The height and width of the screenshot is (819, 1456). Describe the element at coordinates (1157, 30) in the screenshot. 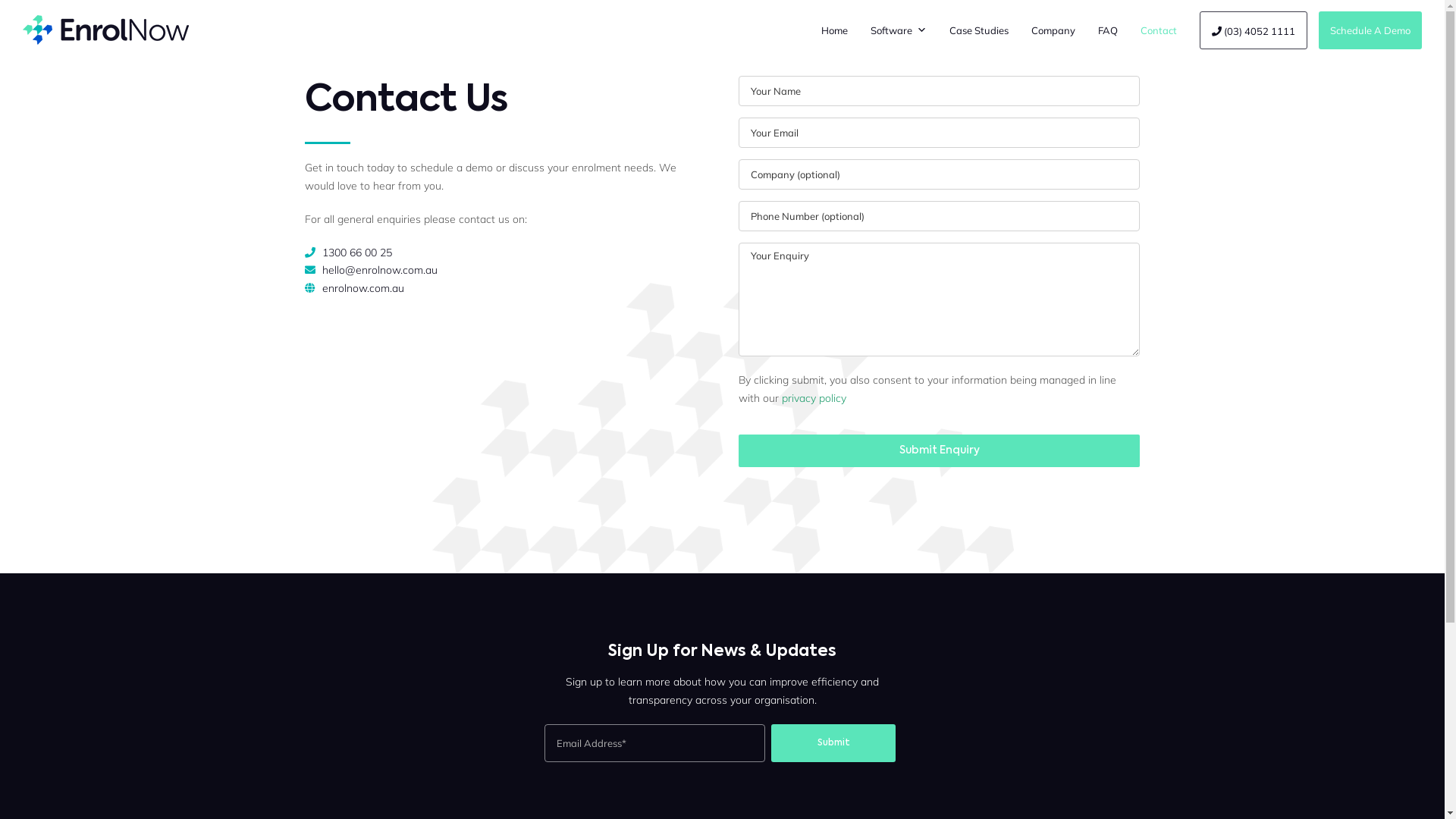

I see `'Contact'` at that location.